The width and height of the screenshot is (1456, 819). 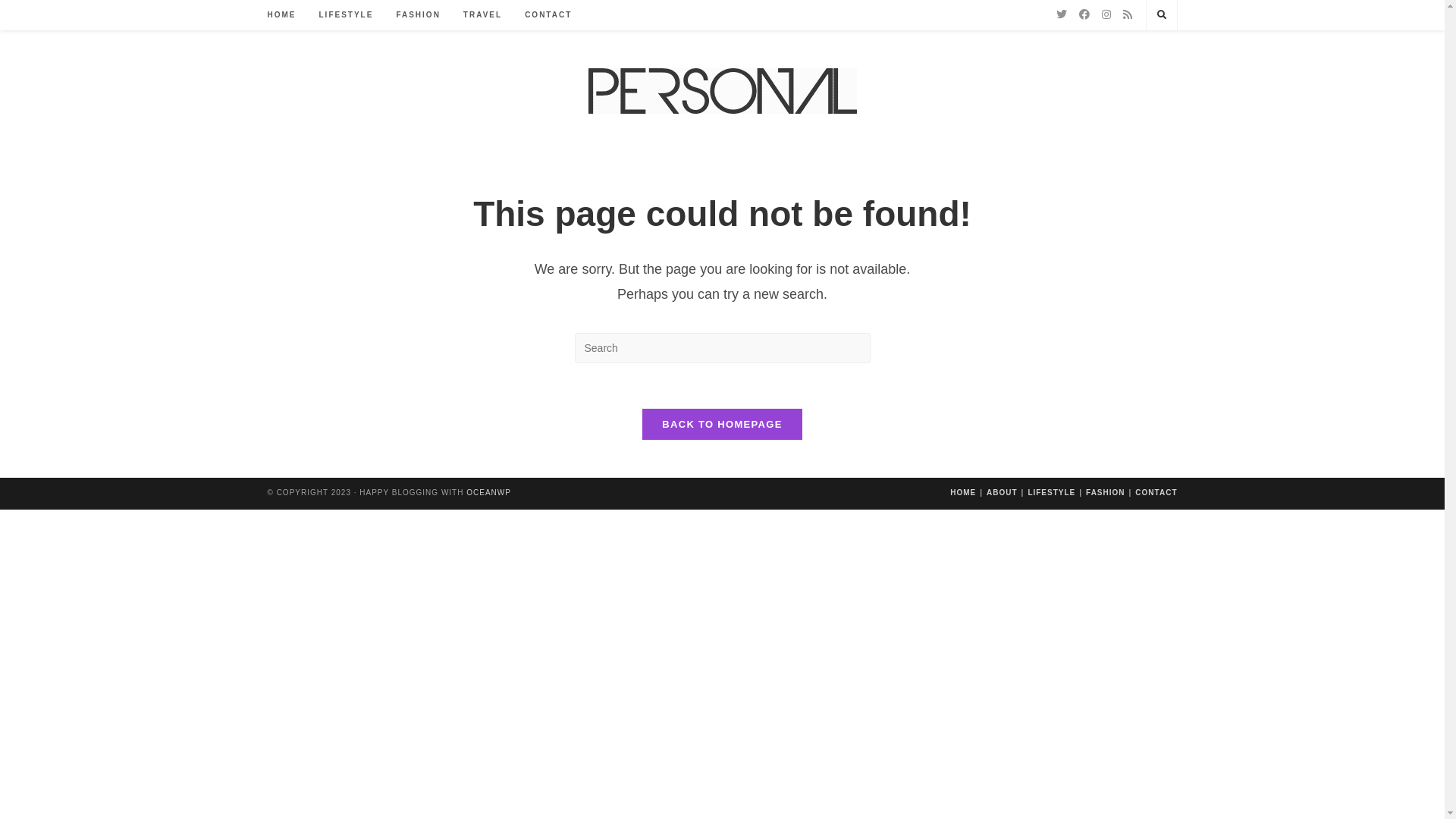 What do you see at coordinates (345, 14) in the screenshot?
I see `'LIFESTYLE'` at bounding box center [345, 14].